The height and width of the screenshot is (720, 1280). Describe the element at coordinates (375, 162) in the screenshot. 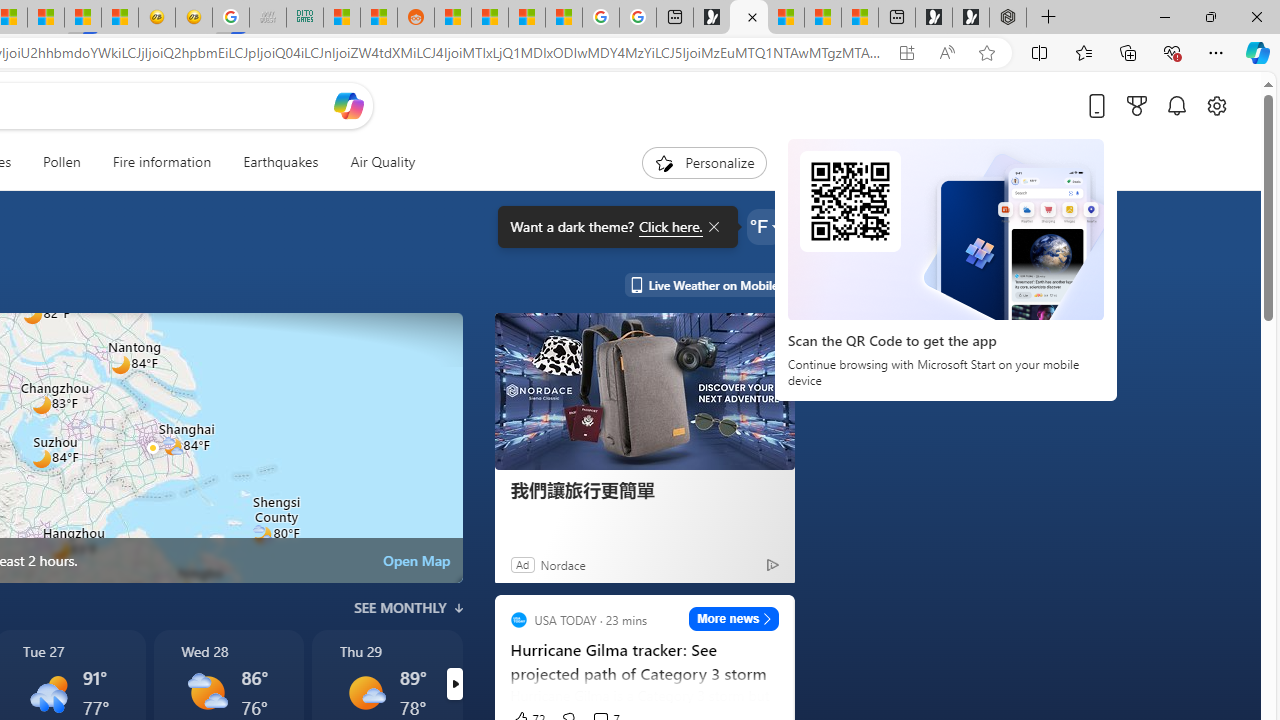

I see `'Air Quality'` at that location.